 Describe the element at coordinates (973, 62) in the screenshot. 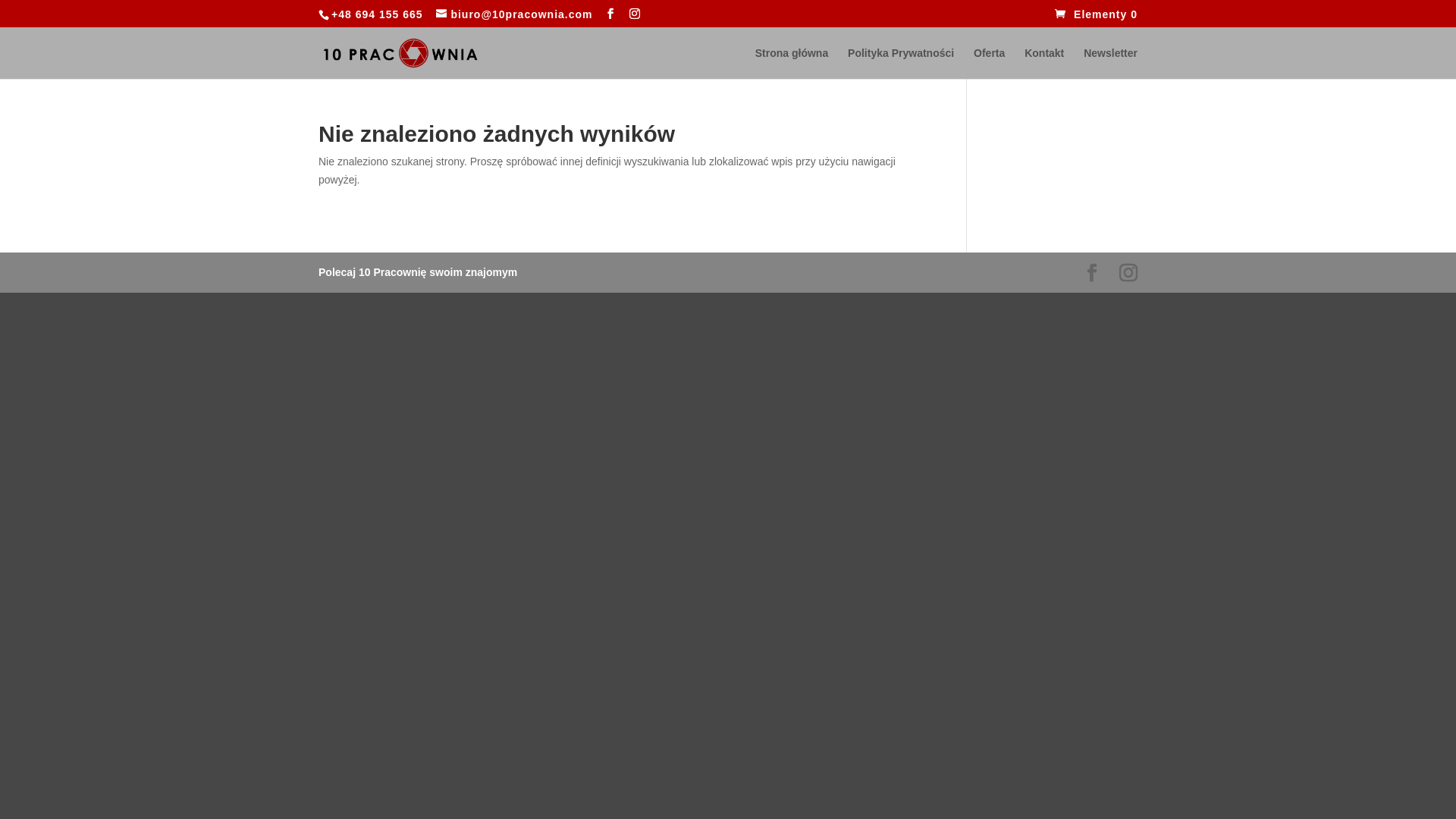

I see `'Oferta'` at that location.